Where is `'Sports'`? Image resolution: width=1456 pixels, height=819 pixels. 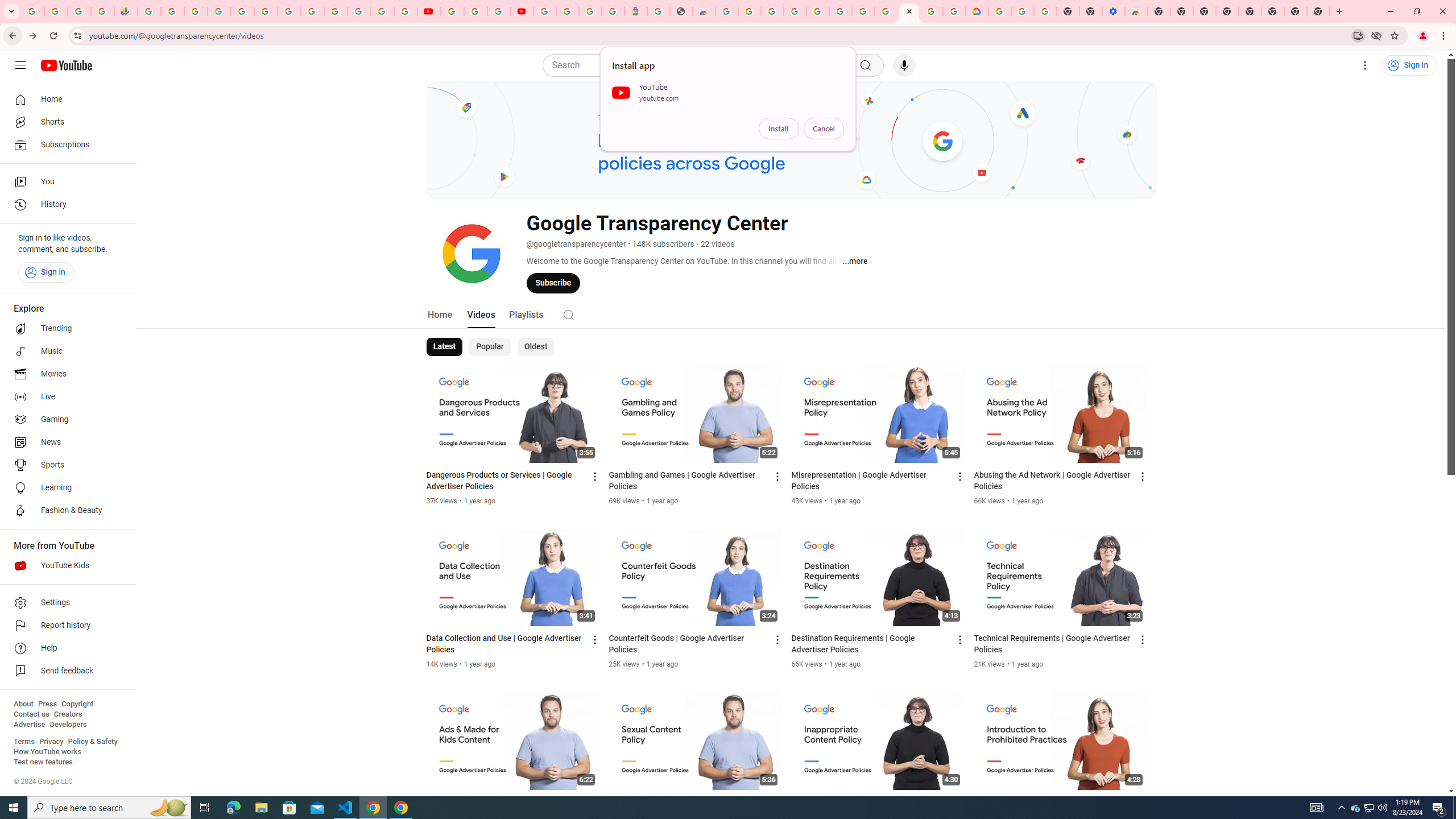 'Sports' is located at coordinates (64, 464).